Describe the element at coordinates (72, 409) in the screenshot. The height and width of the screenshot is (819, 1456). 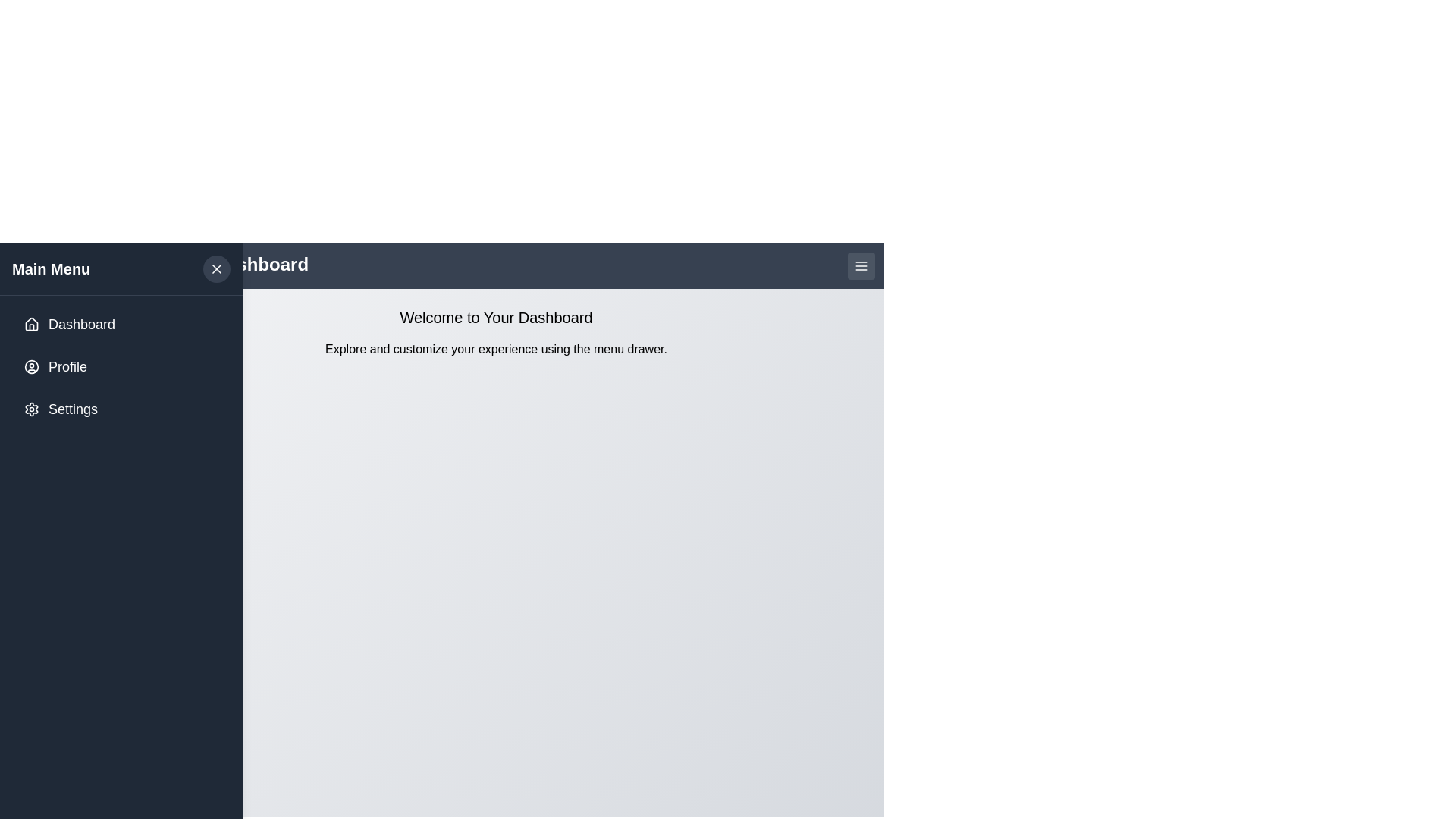
I see `'Settings' text label which is the third item in the vertical sidebar menu, styled in a large font and located below the 'Profile' item` at that location.